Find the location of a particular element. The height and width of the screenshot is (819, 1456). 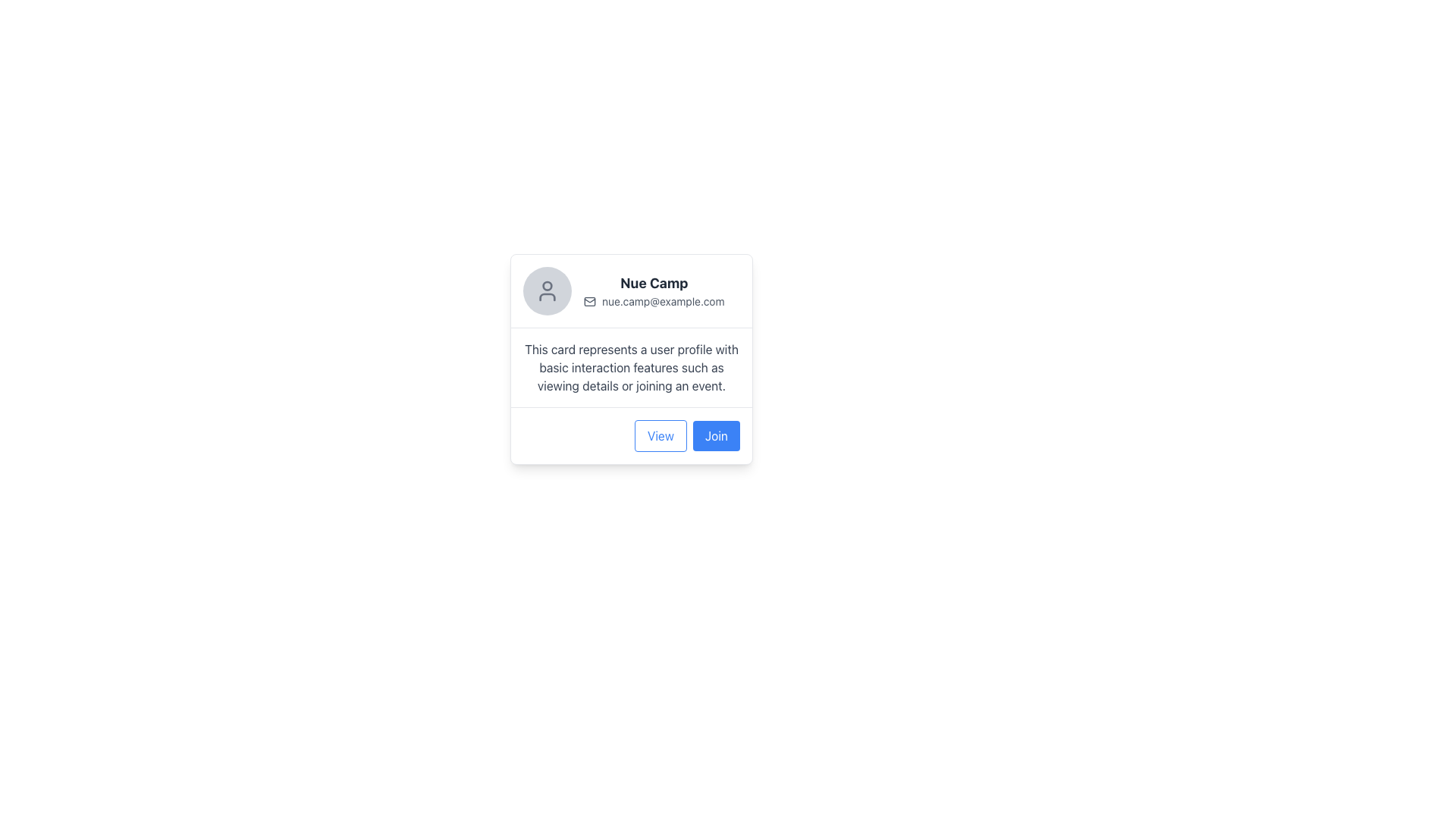

the 'View' button located at the bottom-right of the card is located at coordinates (660, 435).